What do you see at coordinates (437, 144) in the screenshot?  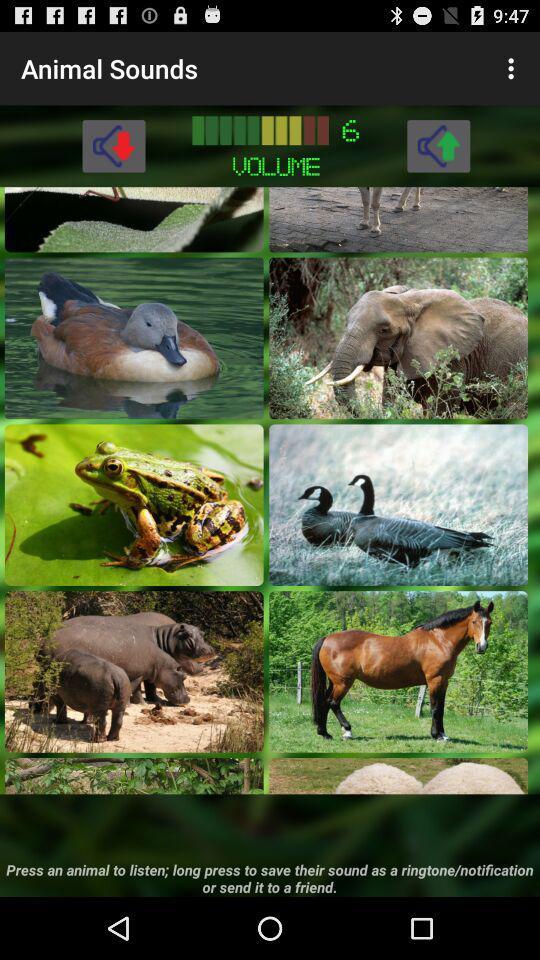 I see `raise volume` at bounding box center [437, 144].